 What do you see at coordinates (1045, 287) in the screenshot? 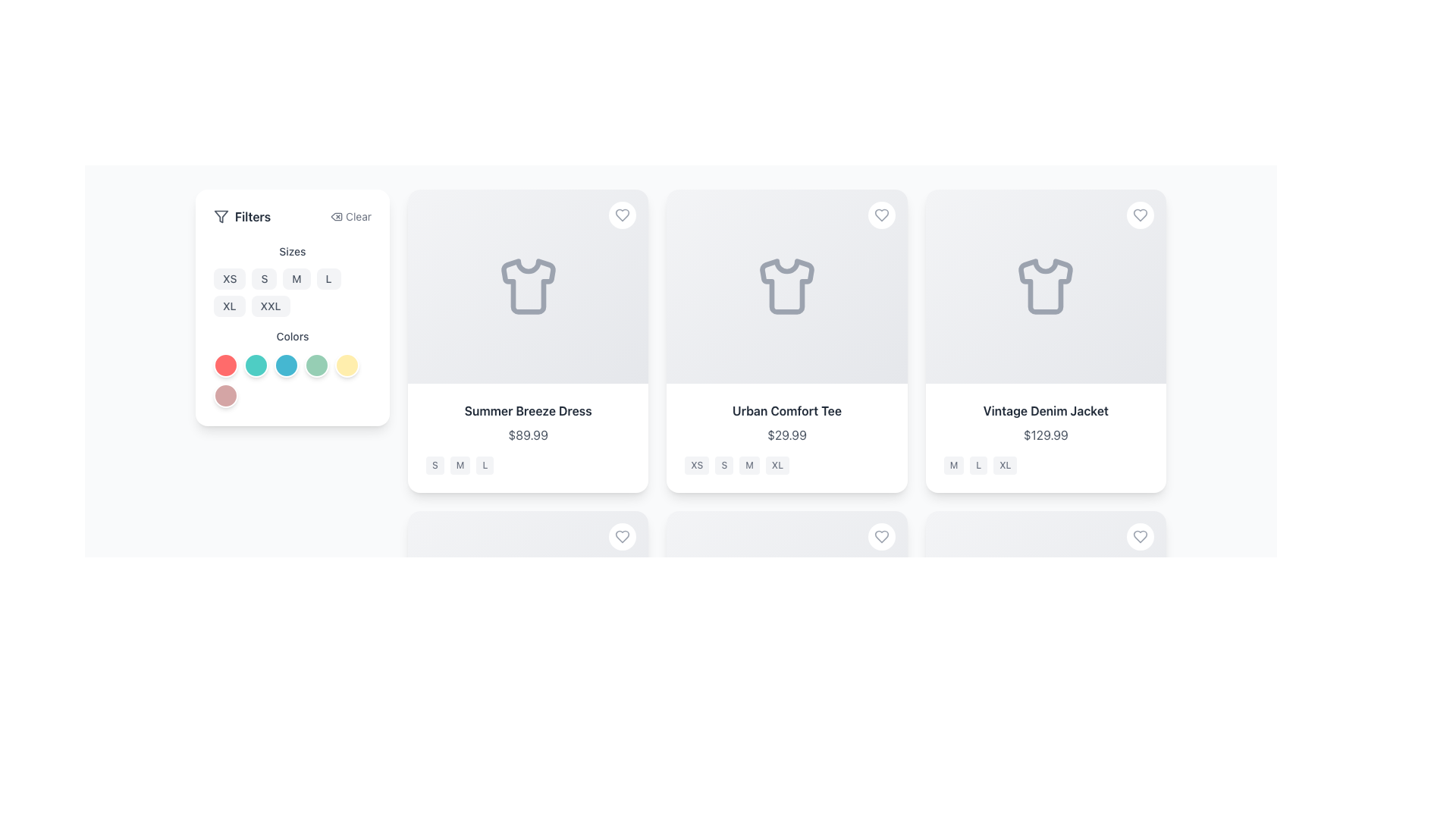
I see `the shirt-shaped icon located in the center of the 'Vintage Denim Jacket' card, which is the rightmost card in a row of three cards` at bounding box center [1045, 287].